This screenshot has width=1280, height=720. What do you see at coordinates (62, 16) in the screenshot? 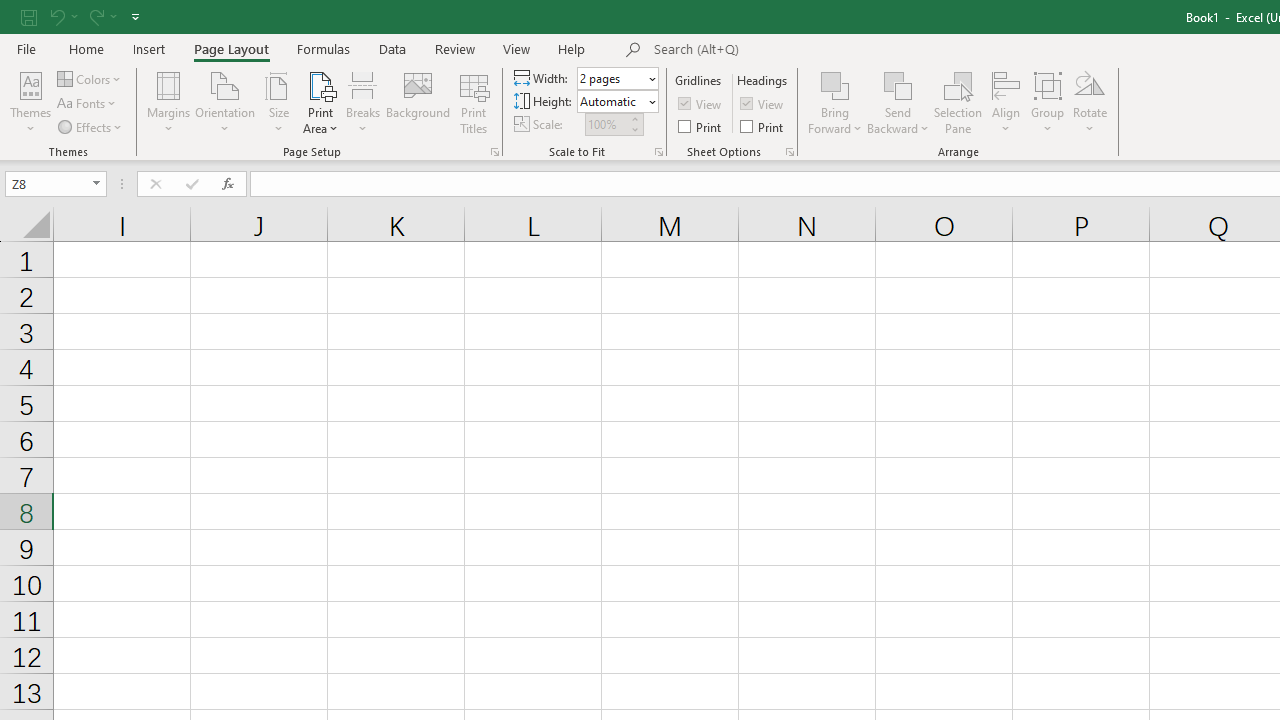
I see `'Undo'` at bounding box center [62, 16].